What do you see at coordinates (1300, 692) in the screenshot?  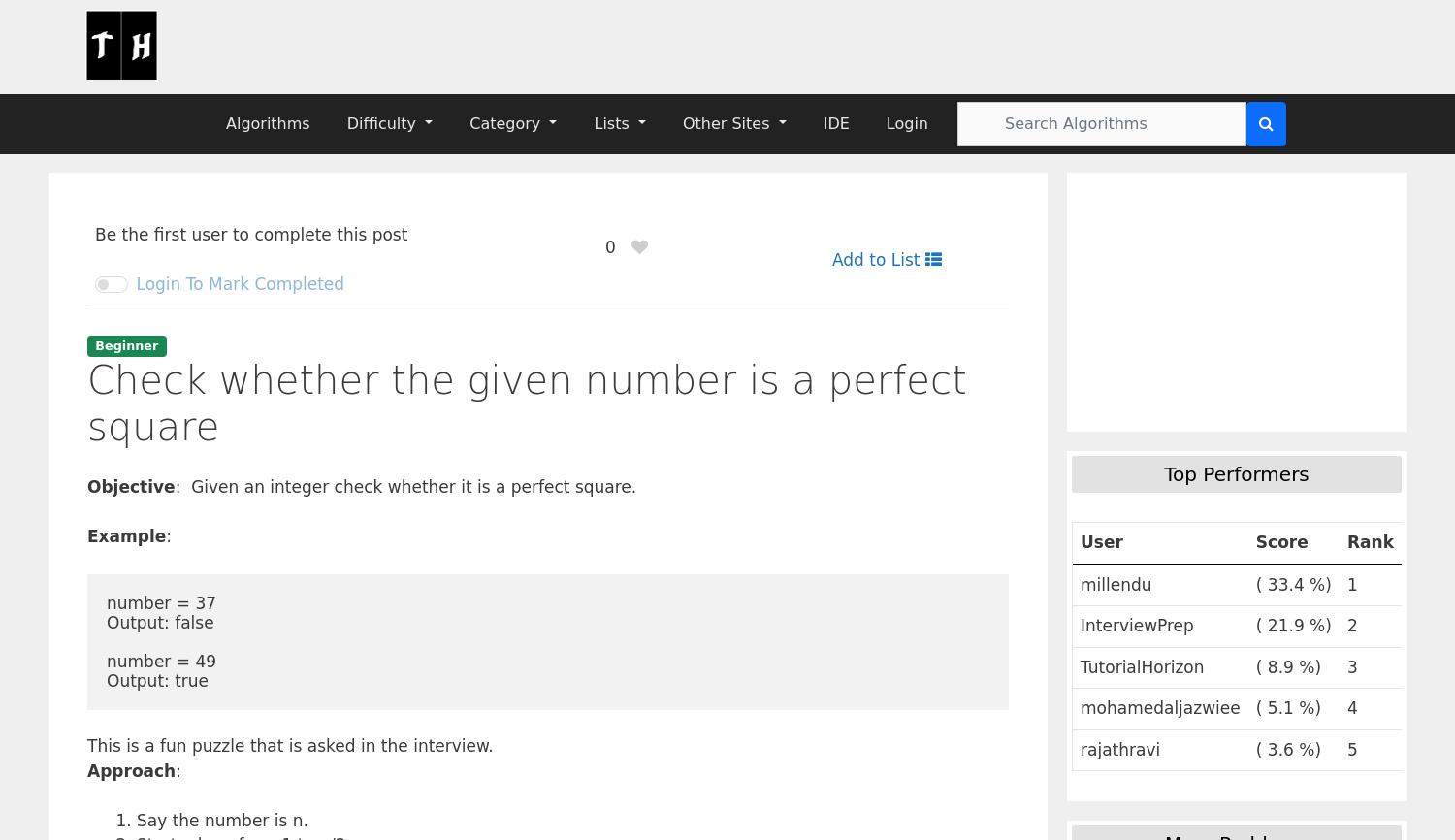 I see `'expressions'` at bounding box center [1300, 692].